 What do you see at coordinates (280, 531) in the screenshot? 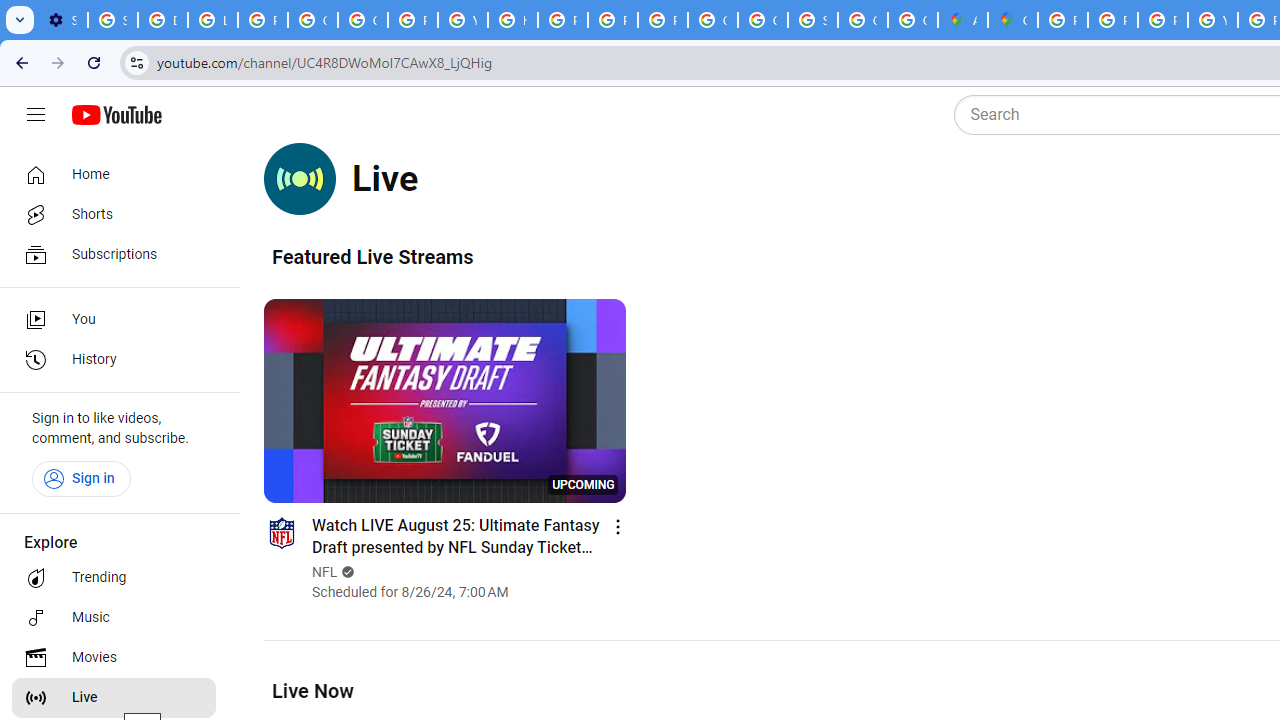
I see `'Go to channel'` at bounding box center [280, 531].